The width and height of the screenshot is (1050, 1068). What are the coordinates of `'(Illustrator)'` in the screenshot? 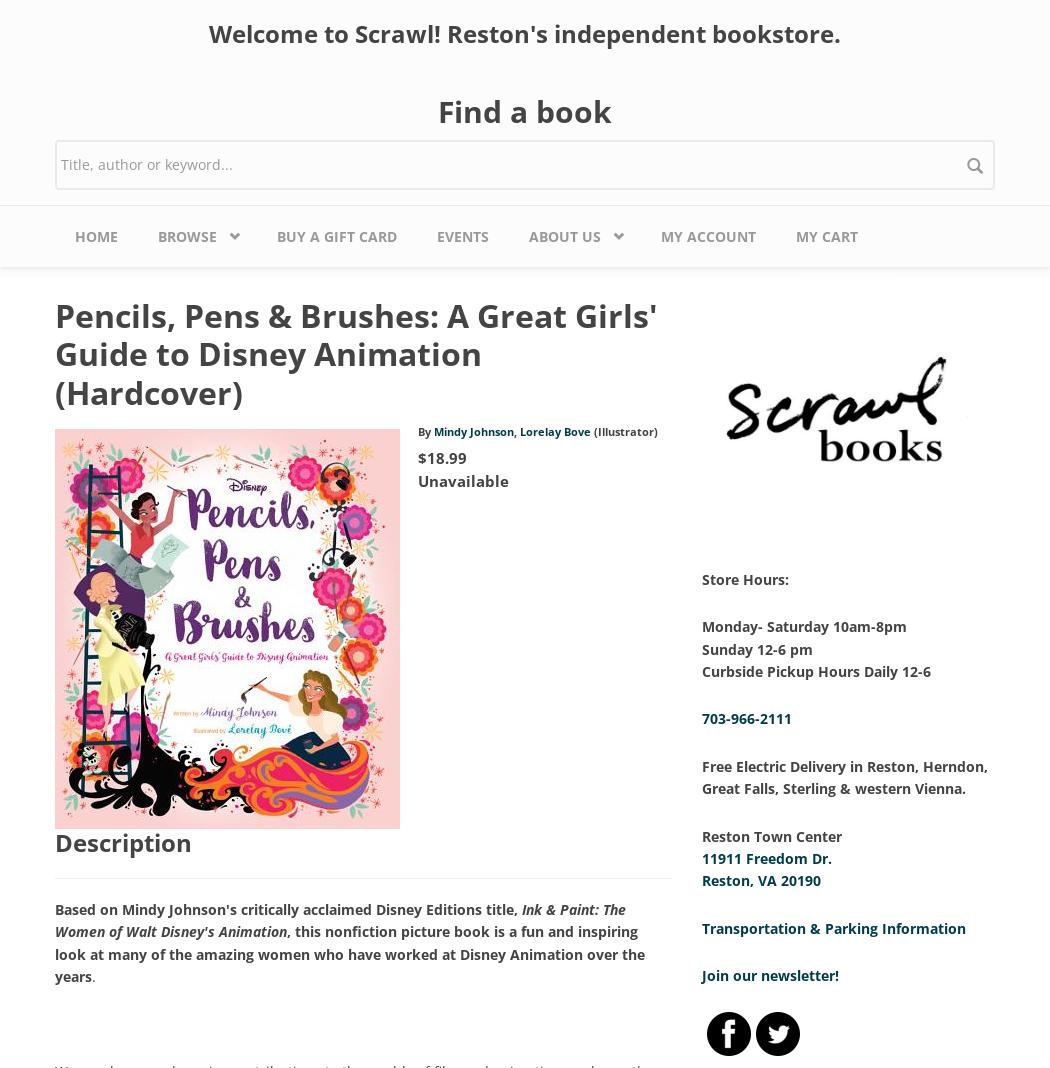 It's located at (590, 430).